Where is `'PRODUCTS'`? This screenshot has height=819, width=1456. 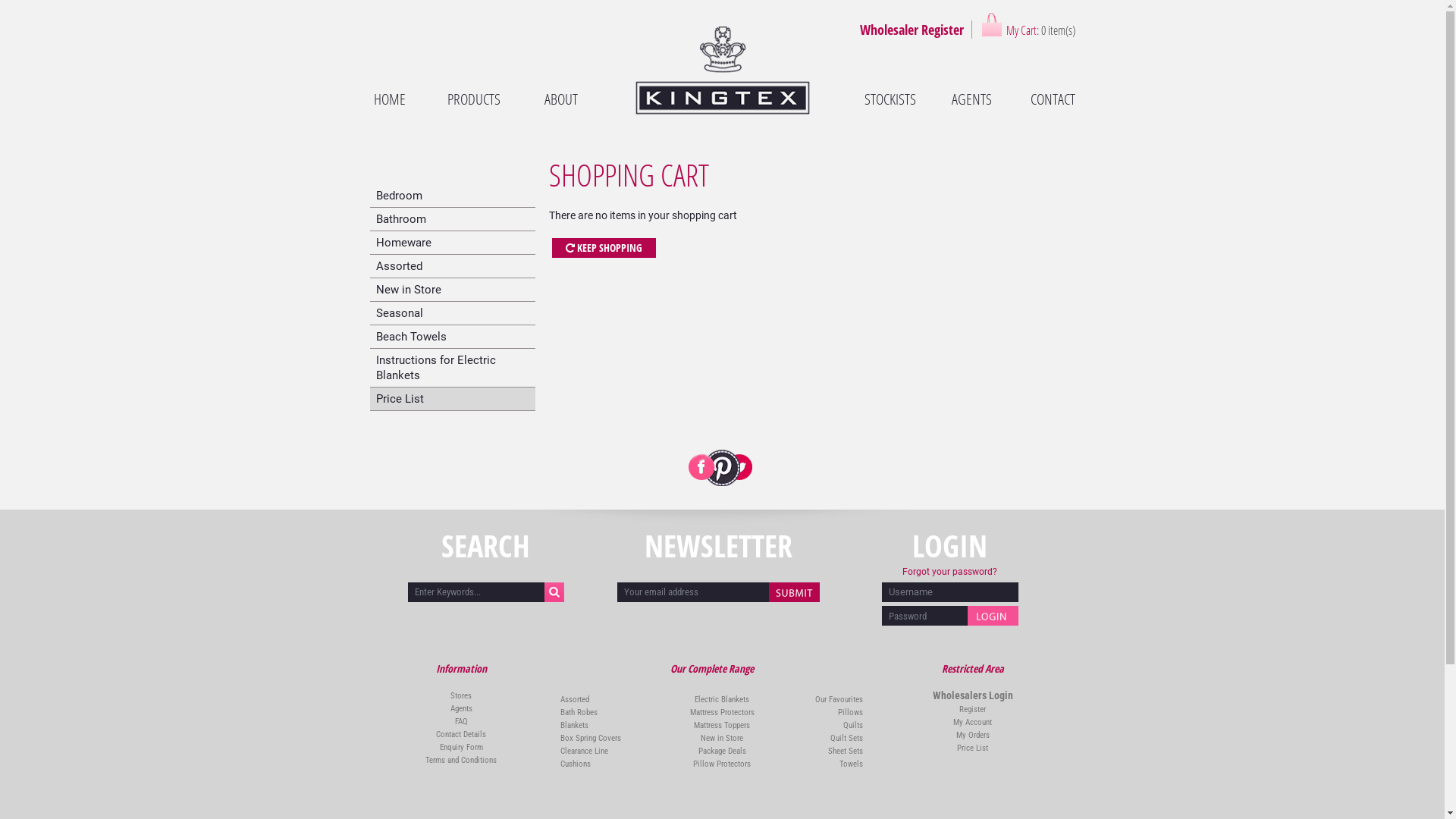 'PRODUCTS' is located at coordinates (472, 99).